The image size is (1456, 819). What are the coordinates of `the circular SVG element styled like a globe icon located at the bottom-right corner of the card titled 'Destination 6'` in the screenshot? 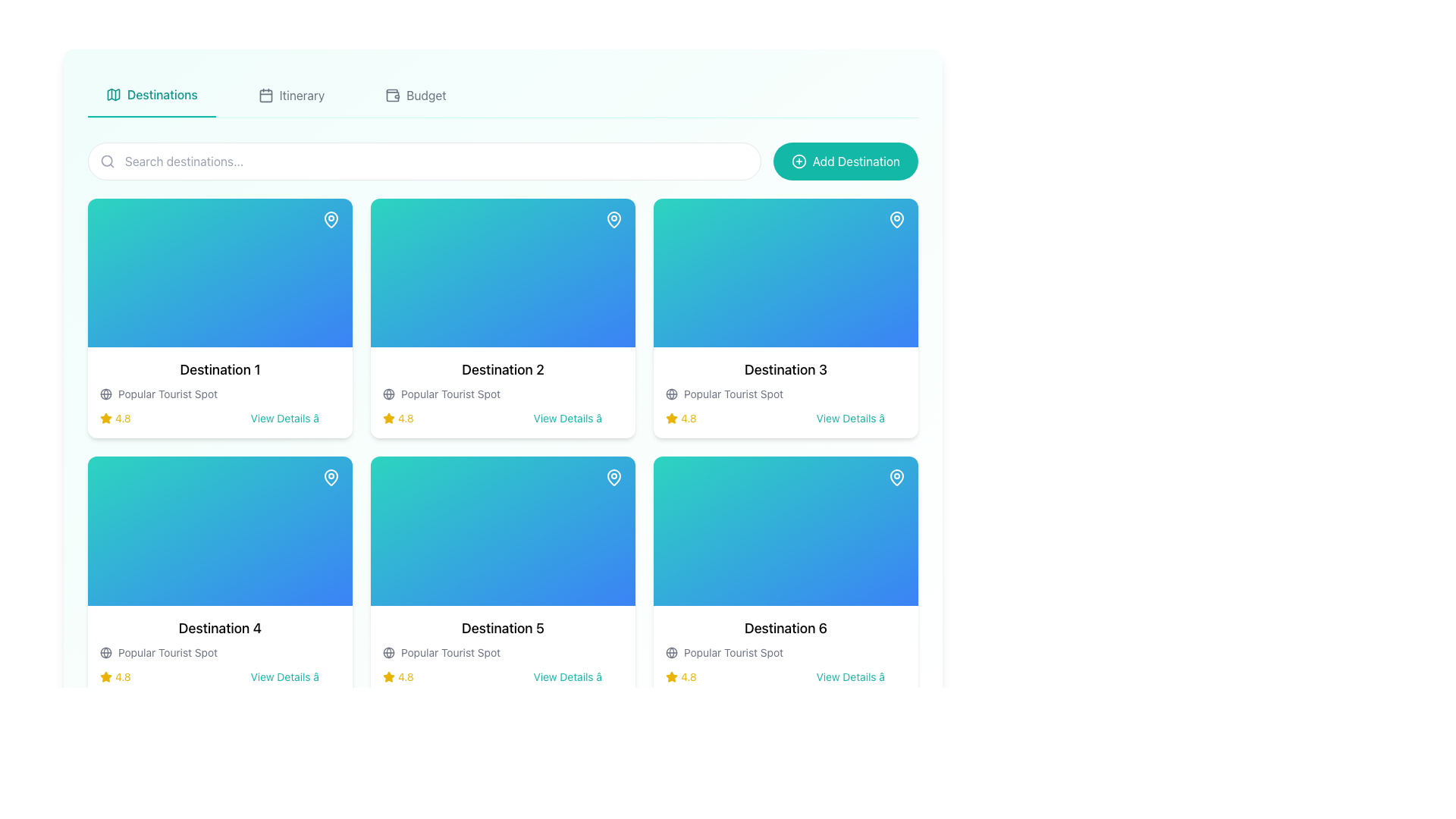 It's located at (671, 651).